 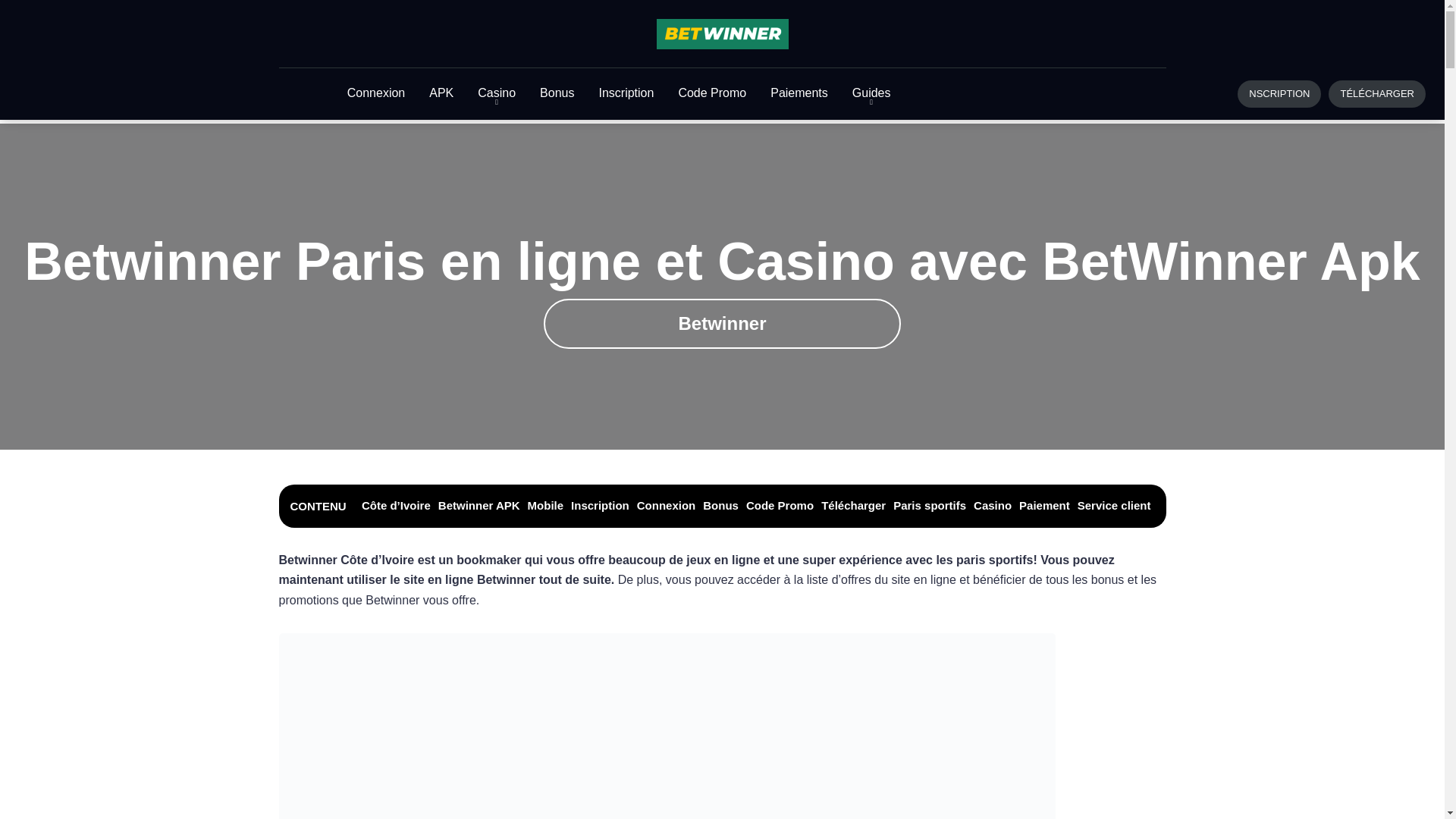 What do you see at coordinates (440, 93) in the screenshot?
I see `'APK'` at bounding box center [440, 93].